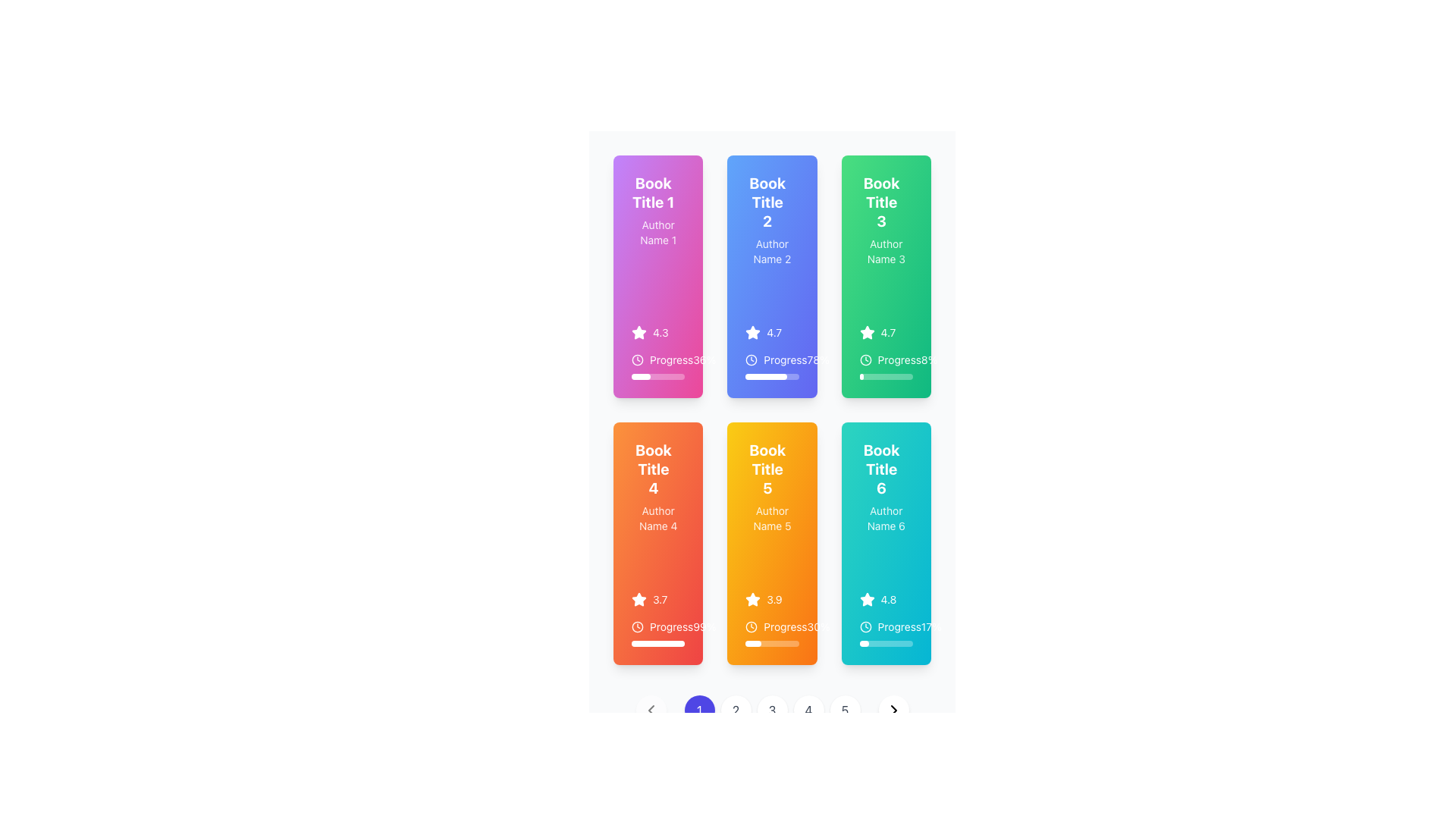 The height and width of the screenshot is (819, 1456). I want to click on the text display summarizing progress or completion status in the second card titled 'Book Title 2', which has a blue background and is located below the rating star, so click(772, 359).